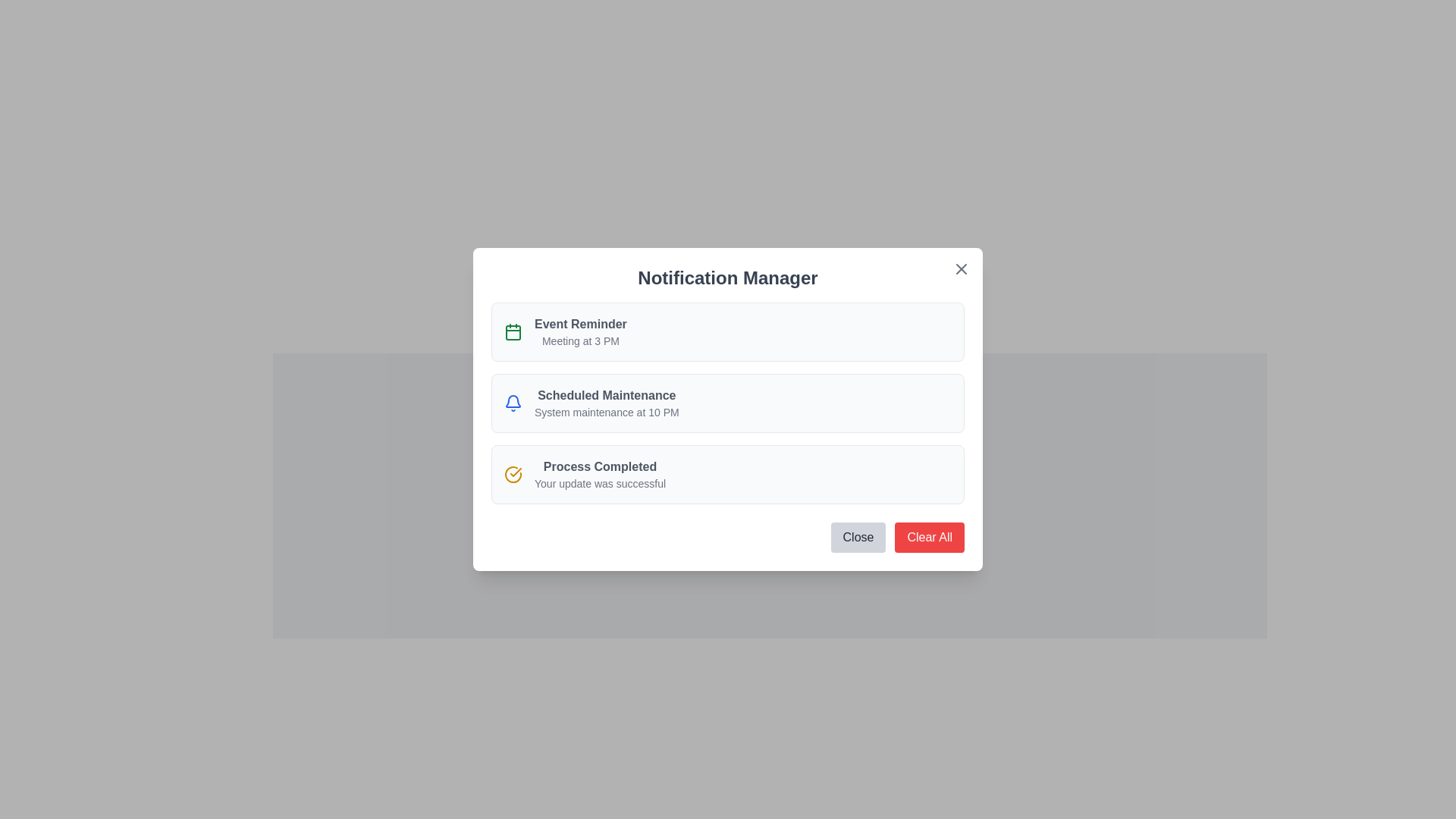 Image resolution: width=1456 pixels, height=819 pixels. Describe the element at coordinates (513, 331) in the screenshot. I see `the calendar reminder icon located at the top-left corner of the 'Event Reminder' notification card, above the title and description text` at that location.